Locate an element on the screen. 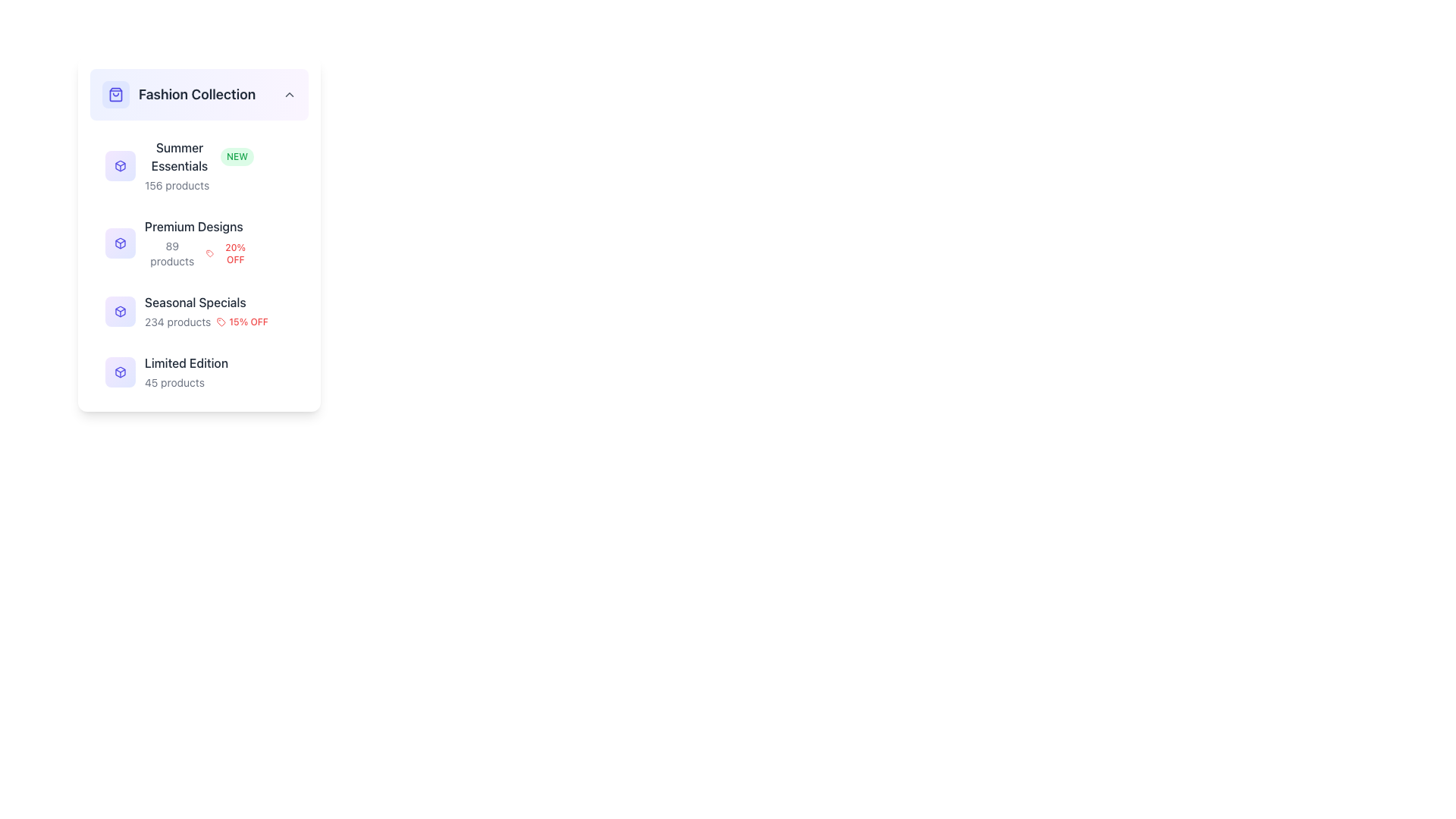 Image resolution: width=1456 pixels, height=819 pixels. text of the label styled with a rounded rectangle shape that contains the text 'NEW', located to the immediate right of the 'Summer Essentials' text in the 'Fashion Collection' section is located at coordinates (236, 157).